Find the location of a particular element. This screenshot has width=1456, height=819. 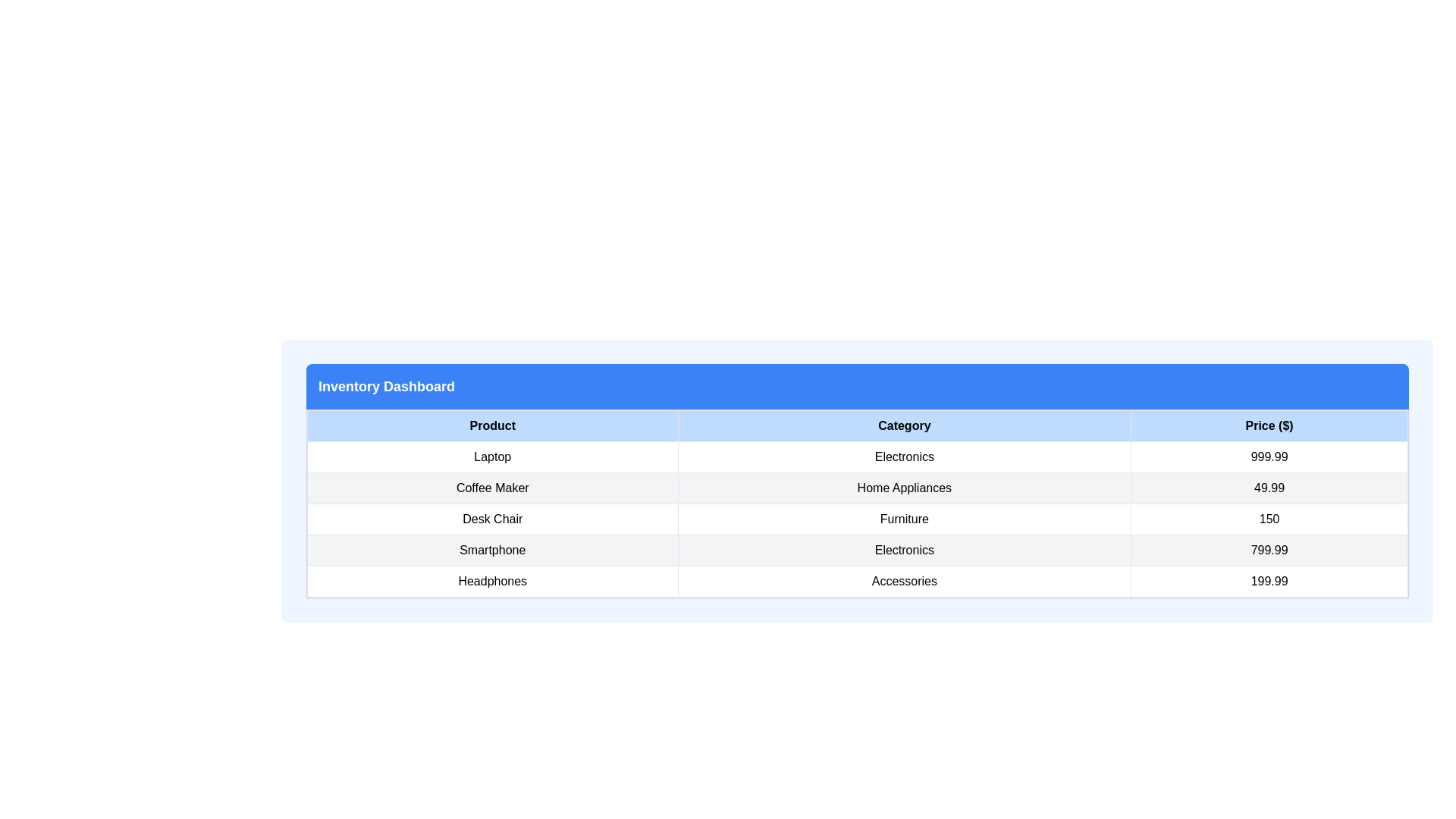

the Text label indicating 'Furniture' for the product 'Desk Chair' located in the 'Category' column of the third row in the table is located at coordinates (904, 519).